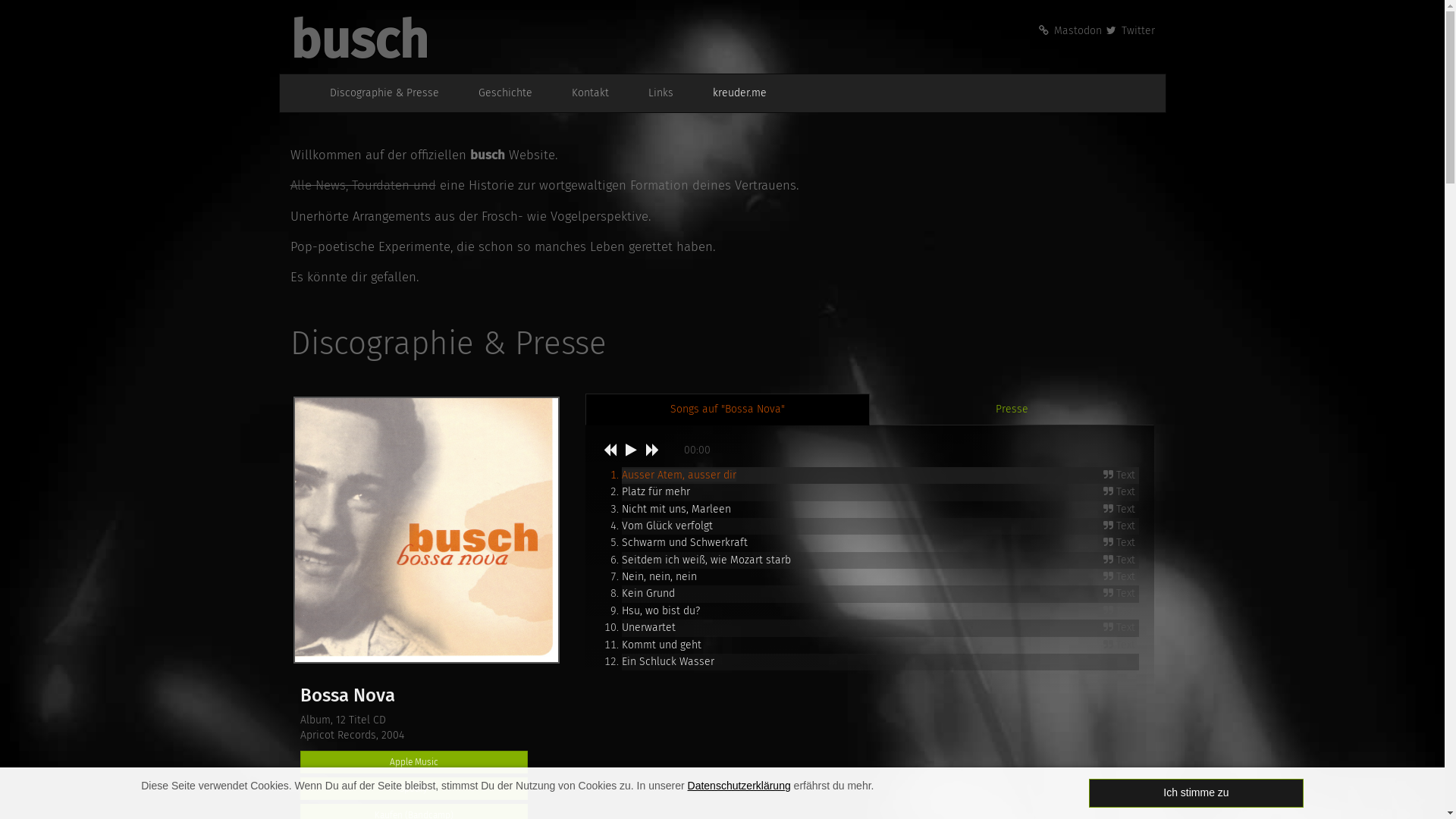 Image resolution: width=1456 pixels, height=819 pixels. Describe the element at coordinates (1087, 792) in the screenshot. I see `'Ich stimme zu'` at that location.